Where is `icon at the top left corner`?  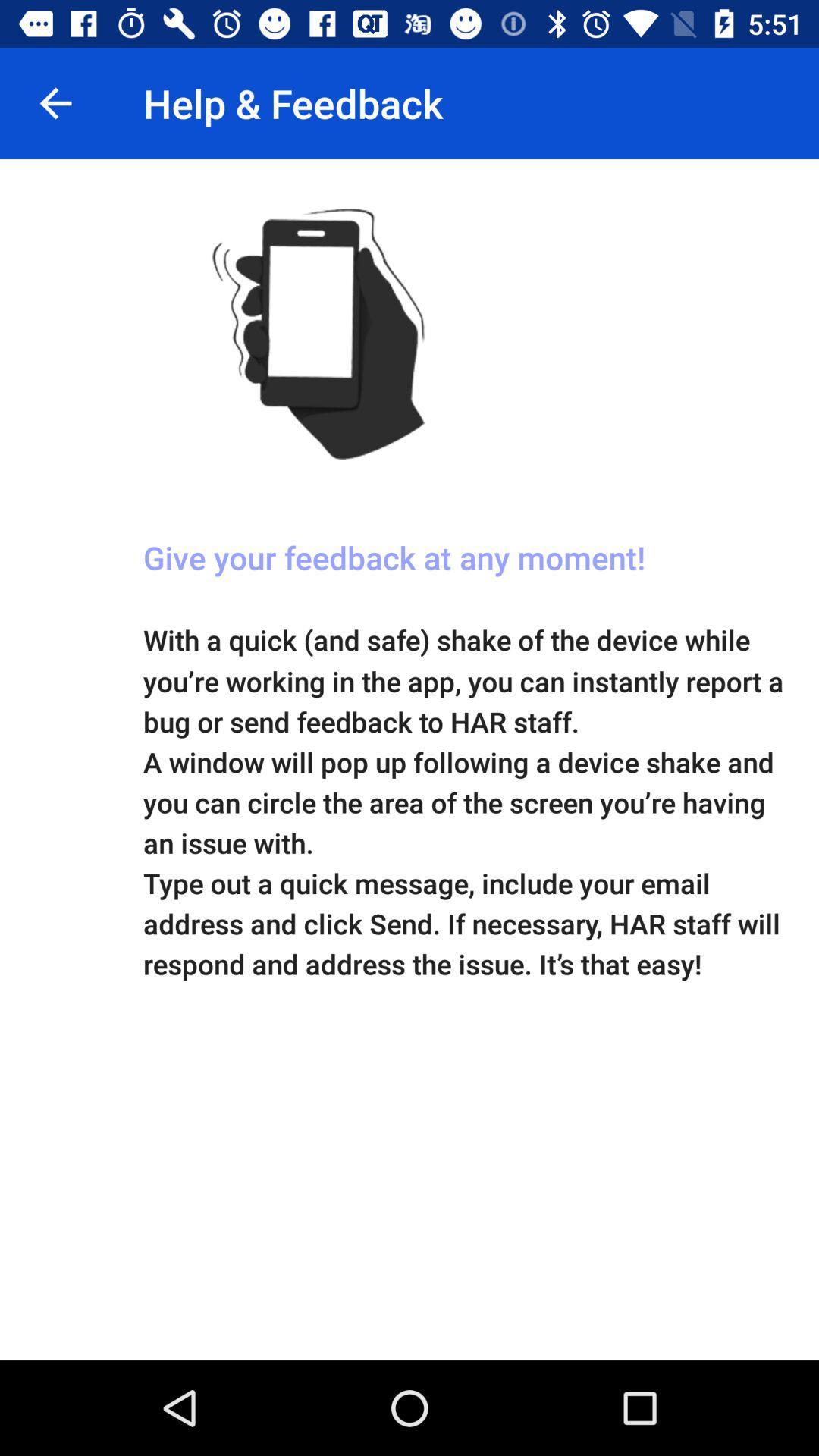 icon at the top left corner is located at coordinates (55, 102).